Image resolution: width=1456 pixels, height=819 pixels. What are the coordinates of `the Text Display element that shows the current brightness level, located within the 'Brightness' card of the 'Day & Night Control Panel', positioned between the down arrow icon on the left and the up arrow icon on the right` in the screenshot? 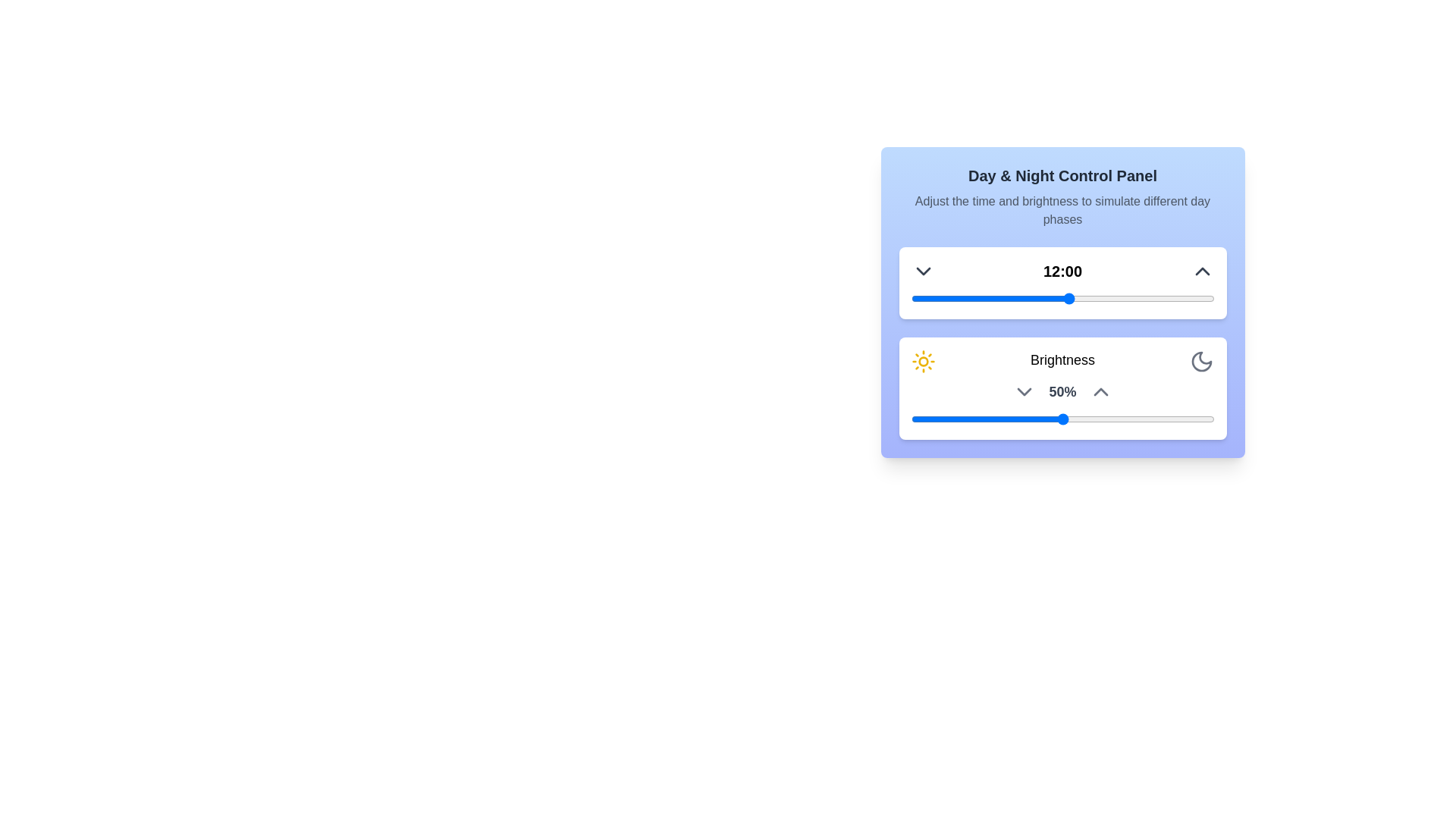 It's located at (1062, 391).